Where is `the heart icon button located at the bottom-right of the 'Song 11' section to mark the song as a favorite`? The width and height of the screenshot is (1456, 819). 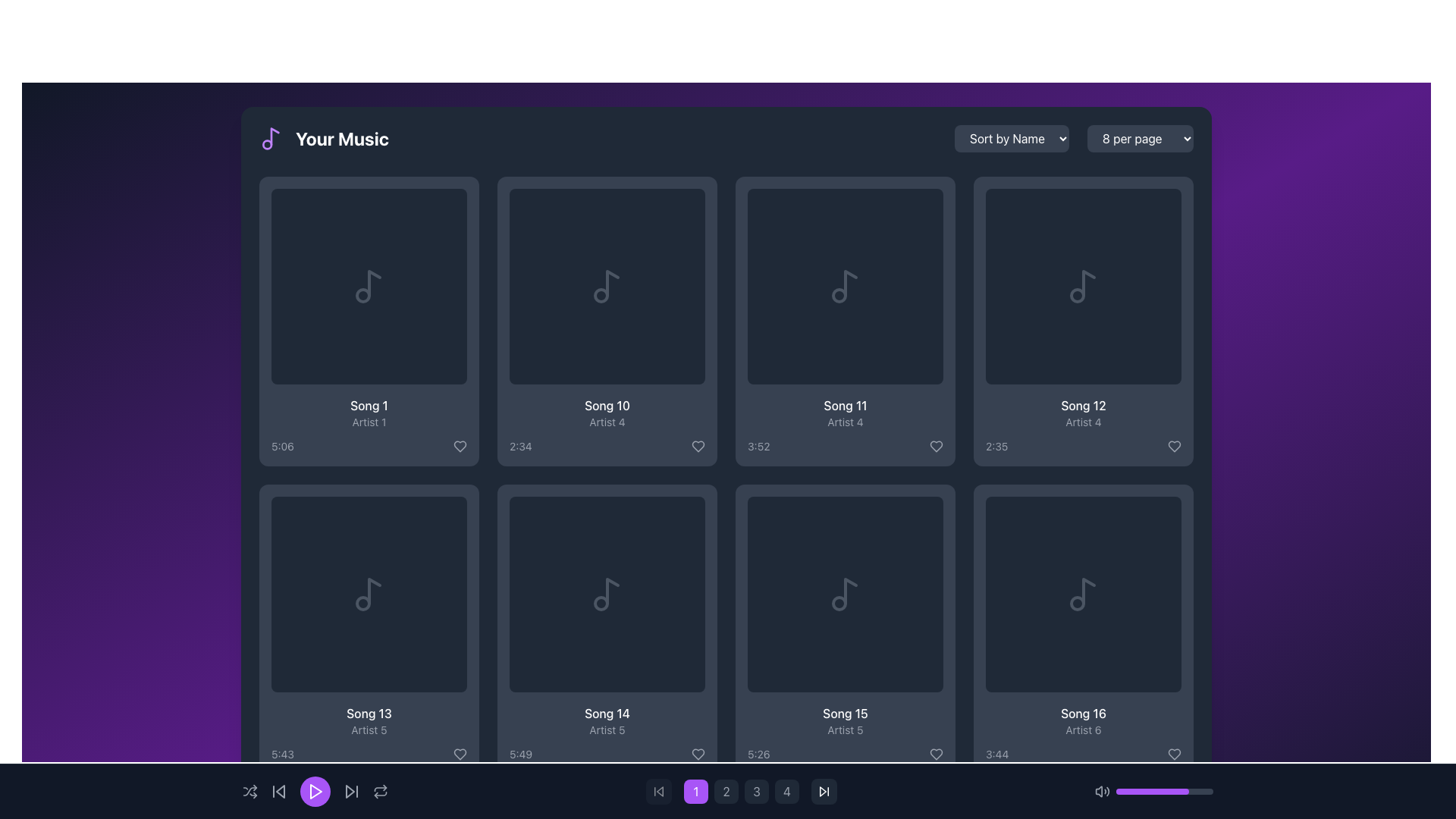
the heart icon button located at the bottom-right of the 'Song 11' section to mark the song as a favorite is located at coordinates (935, 446).